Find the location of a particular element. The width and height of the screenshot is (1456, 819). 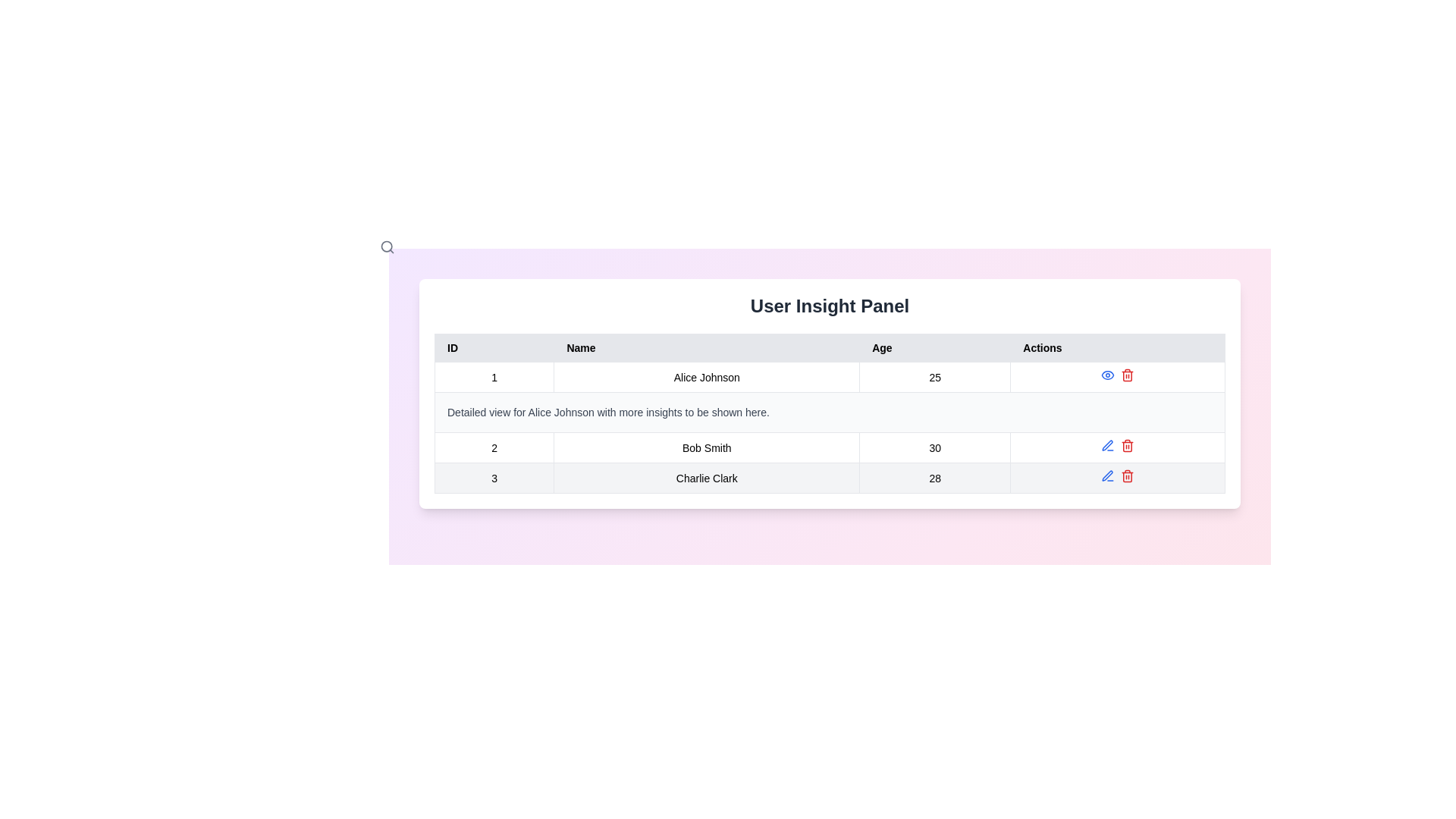

the trash icon in the 'Actions' column for the row corresponding to 'Alice Johnson', which visually represents a delete action is located at coordinates (1128, 375).